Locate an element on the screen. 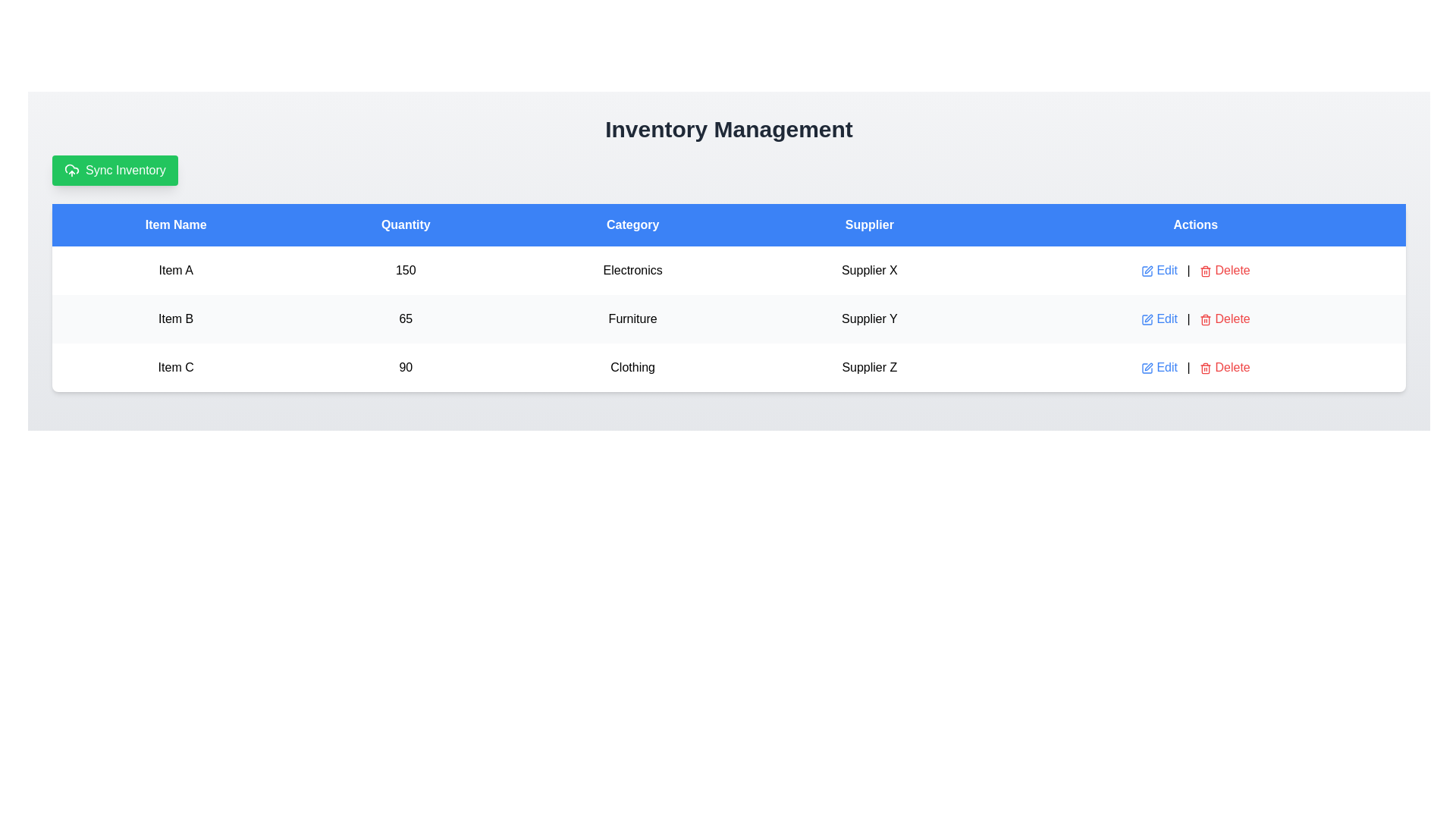 The width and height of the screenshot is (1456, 819). the 'Edit' button located is located at coordinates (1158, 270).